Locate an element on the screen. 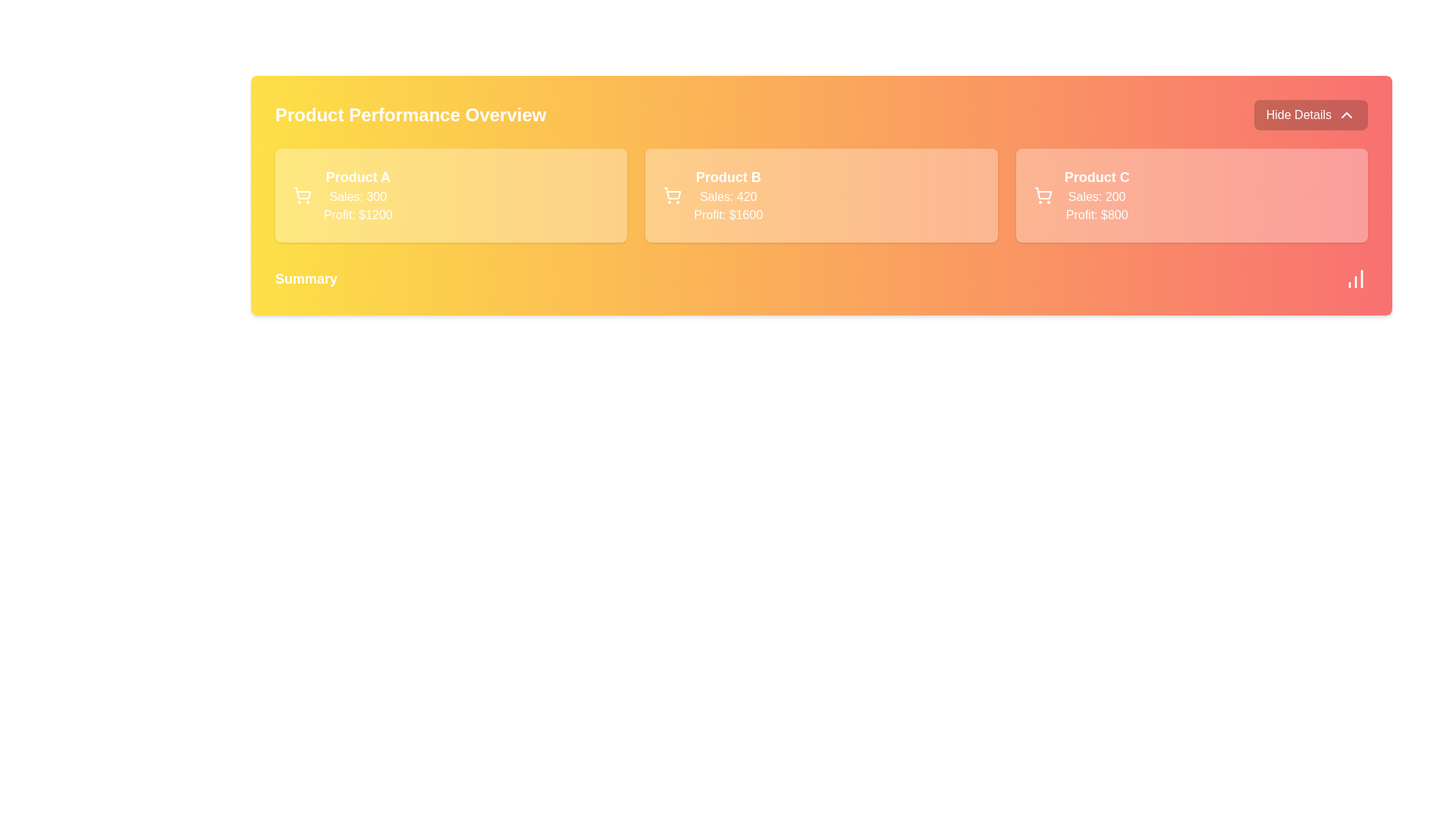 The width and height of the screenshot is (1456, 819). the displayed information on the Information Card that summarizes data for 'Product A', located in the upper section of the interface is located at coordinates (450, 195).